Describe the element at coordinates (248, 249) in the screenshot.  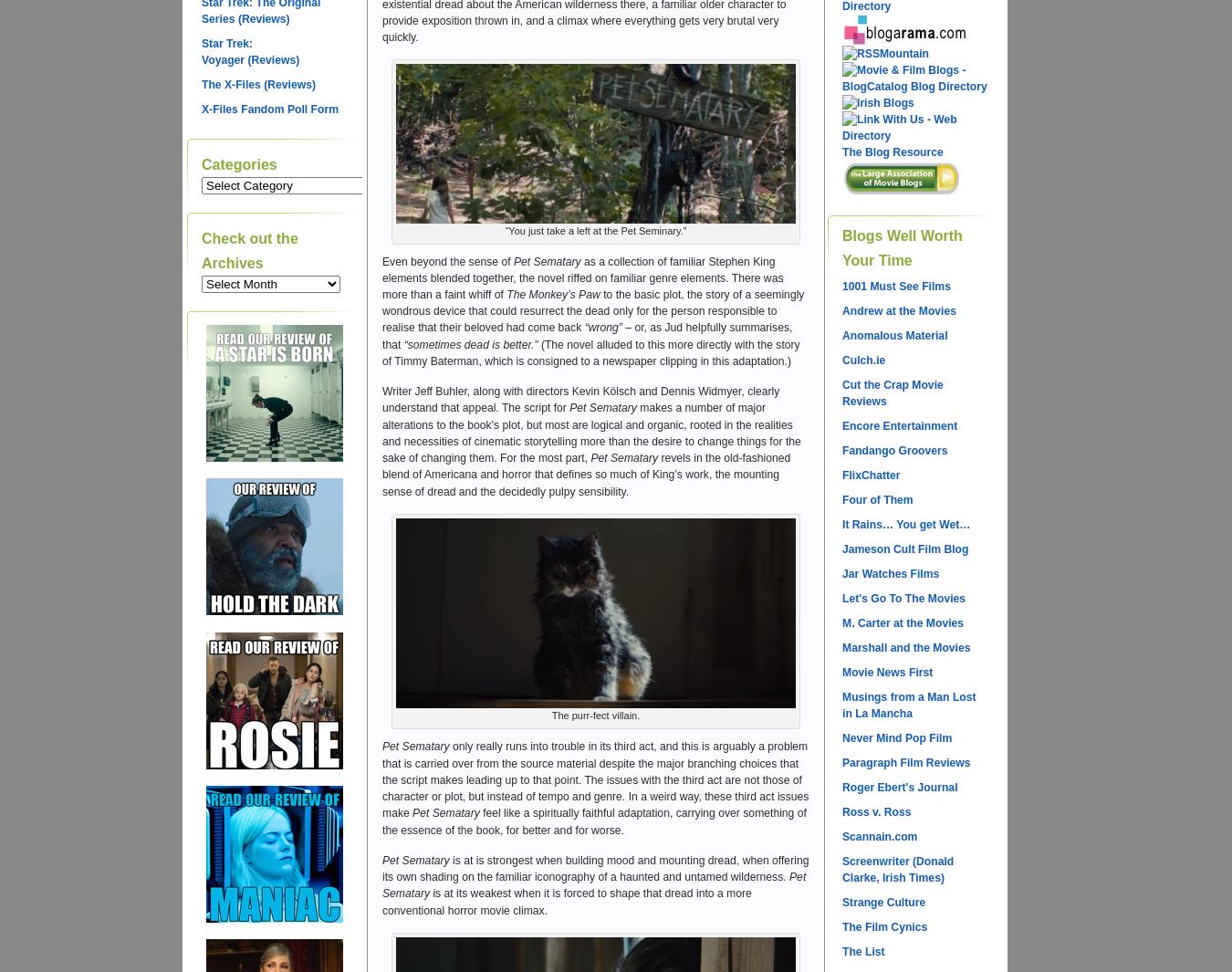
I see `'Check out the Archives'` at that location.